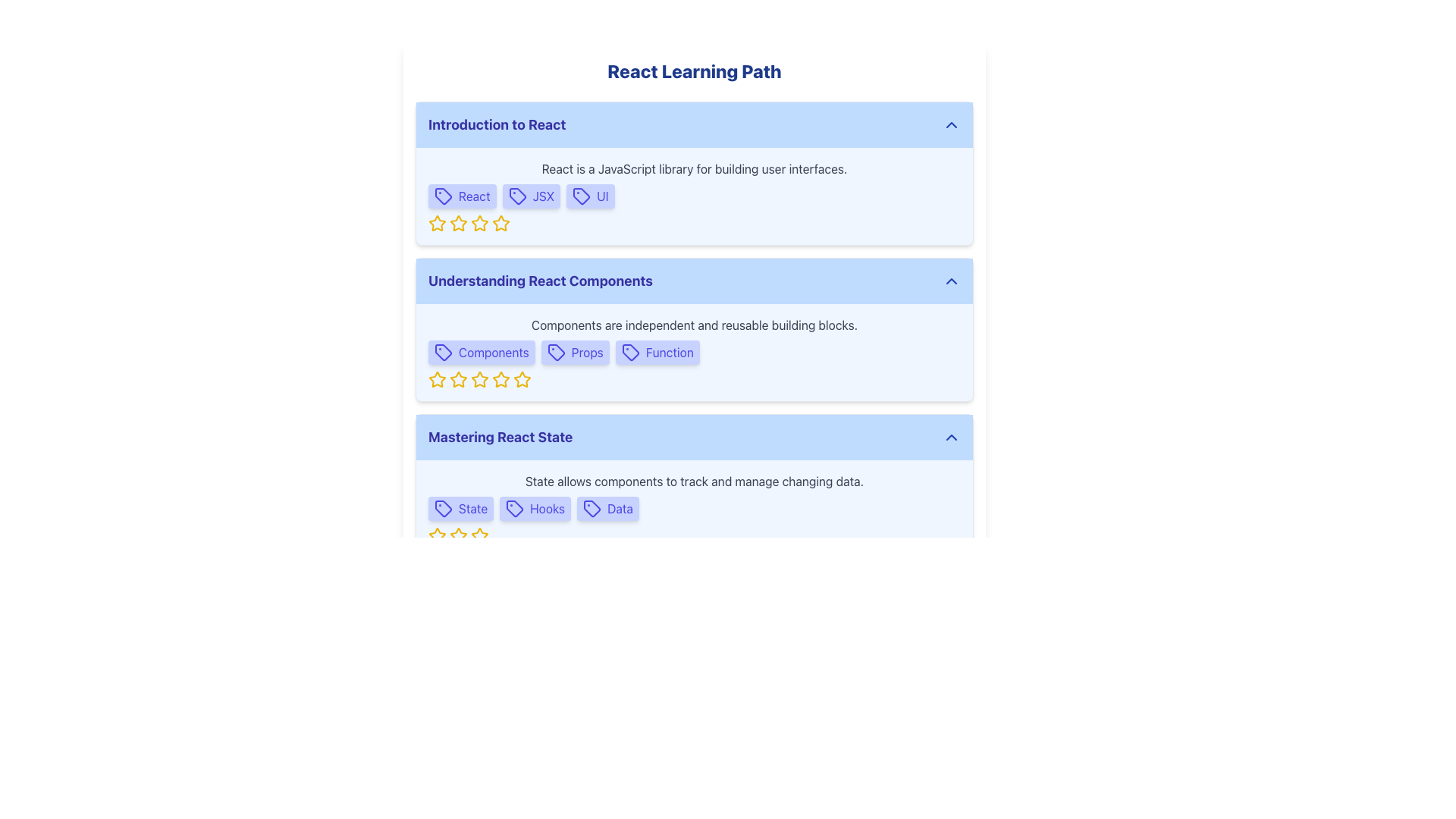 The height and width of the screenshot is (819, 1456). What do you see at coordinates (481, 353) in the screenshot?
I see `the icon of the Tag with icon and text located in the section titled 'Understanding React Components', which is the first element in a row with 'Props' and 'Function'` at bounding box center [481, 353].